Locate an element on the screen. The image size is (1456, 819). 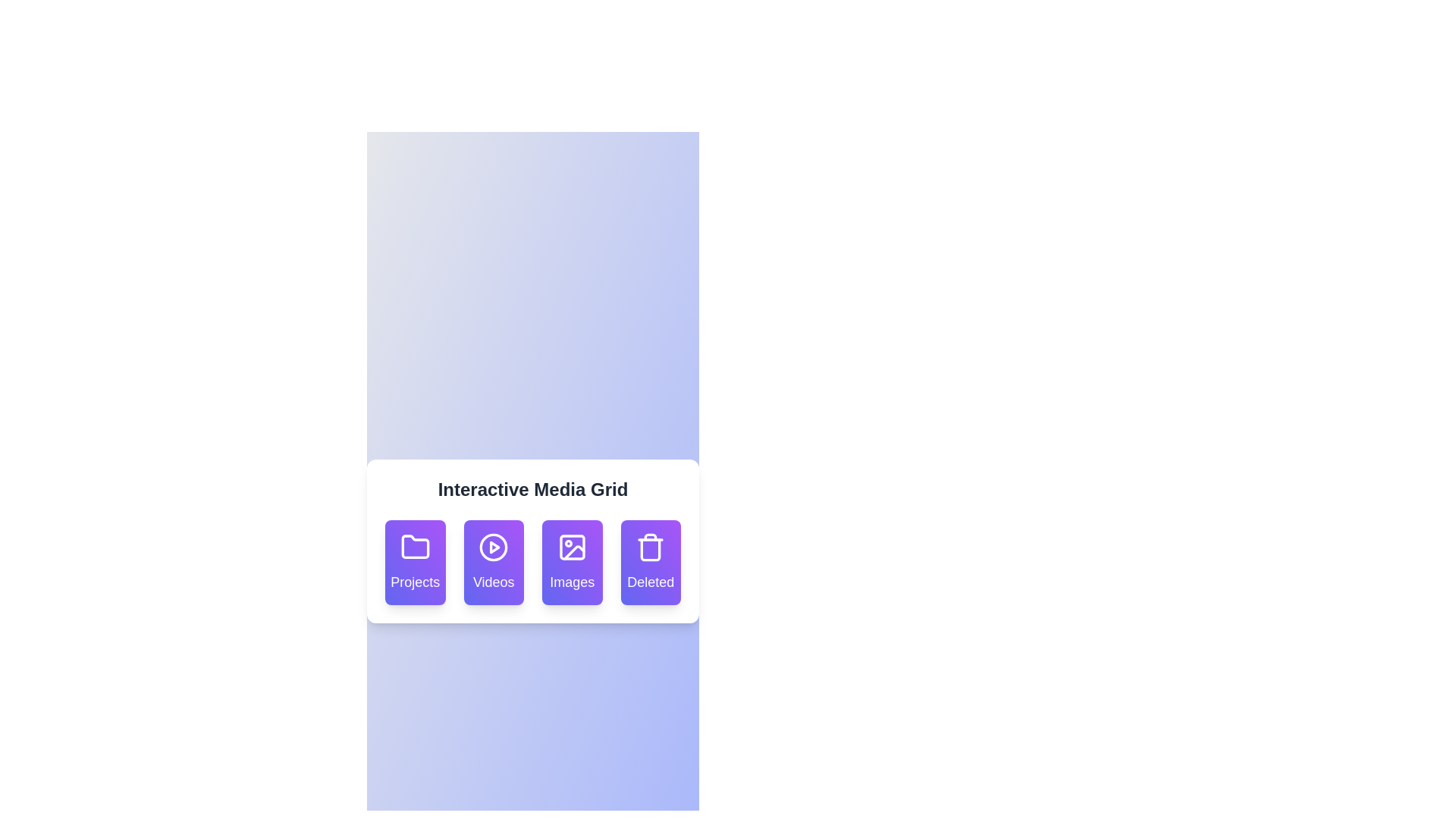
the triangular play icon located at the center of the 'Videos' button, which is the second button in a row of four buttons near the bottom of the visible card is located at coordinates (494, 547).